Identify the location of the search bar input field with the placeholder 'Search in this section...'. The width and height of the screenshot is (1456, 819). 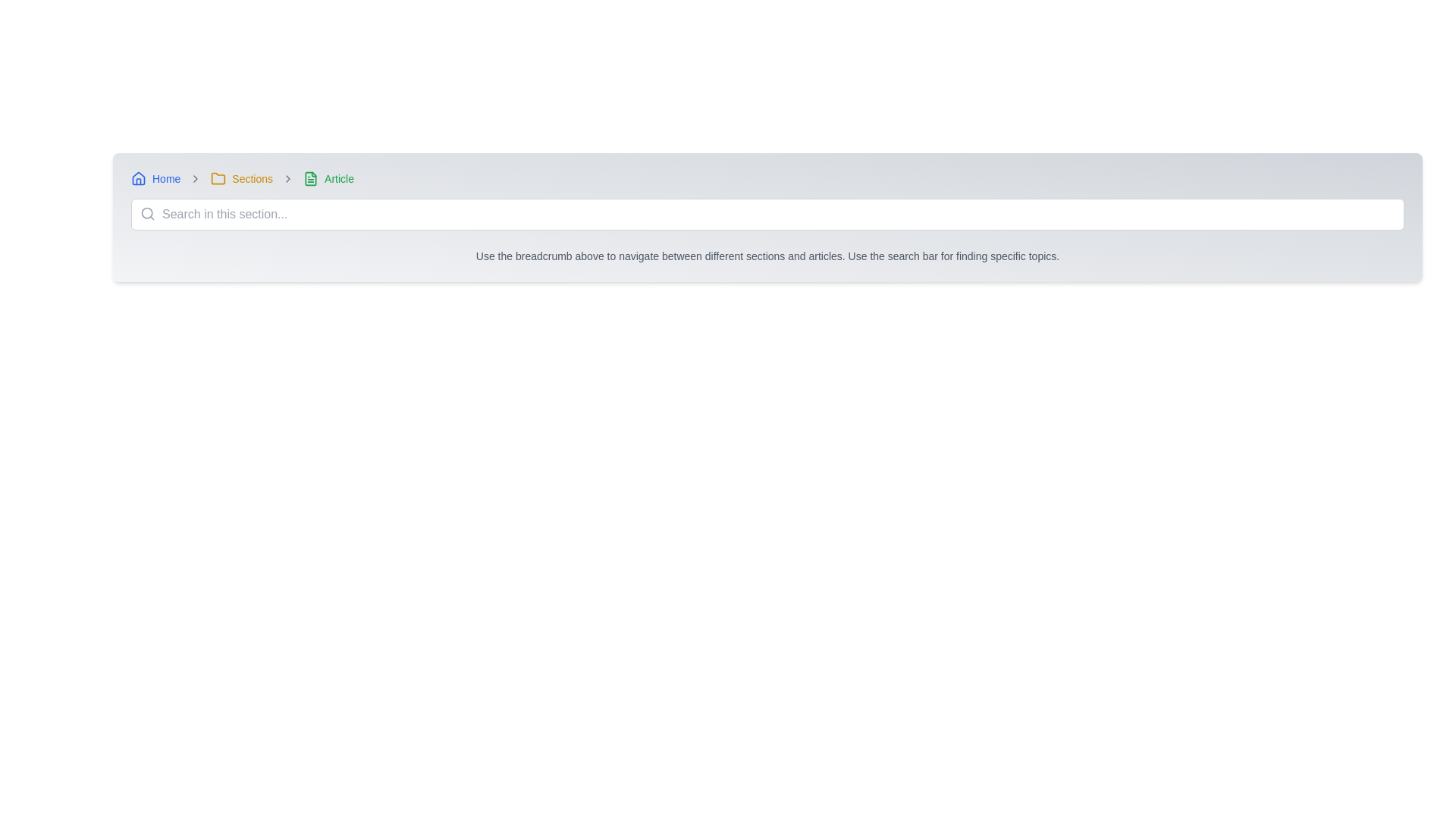
(767, 214).